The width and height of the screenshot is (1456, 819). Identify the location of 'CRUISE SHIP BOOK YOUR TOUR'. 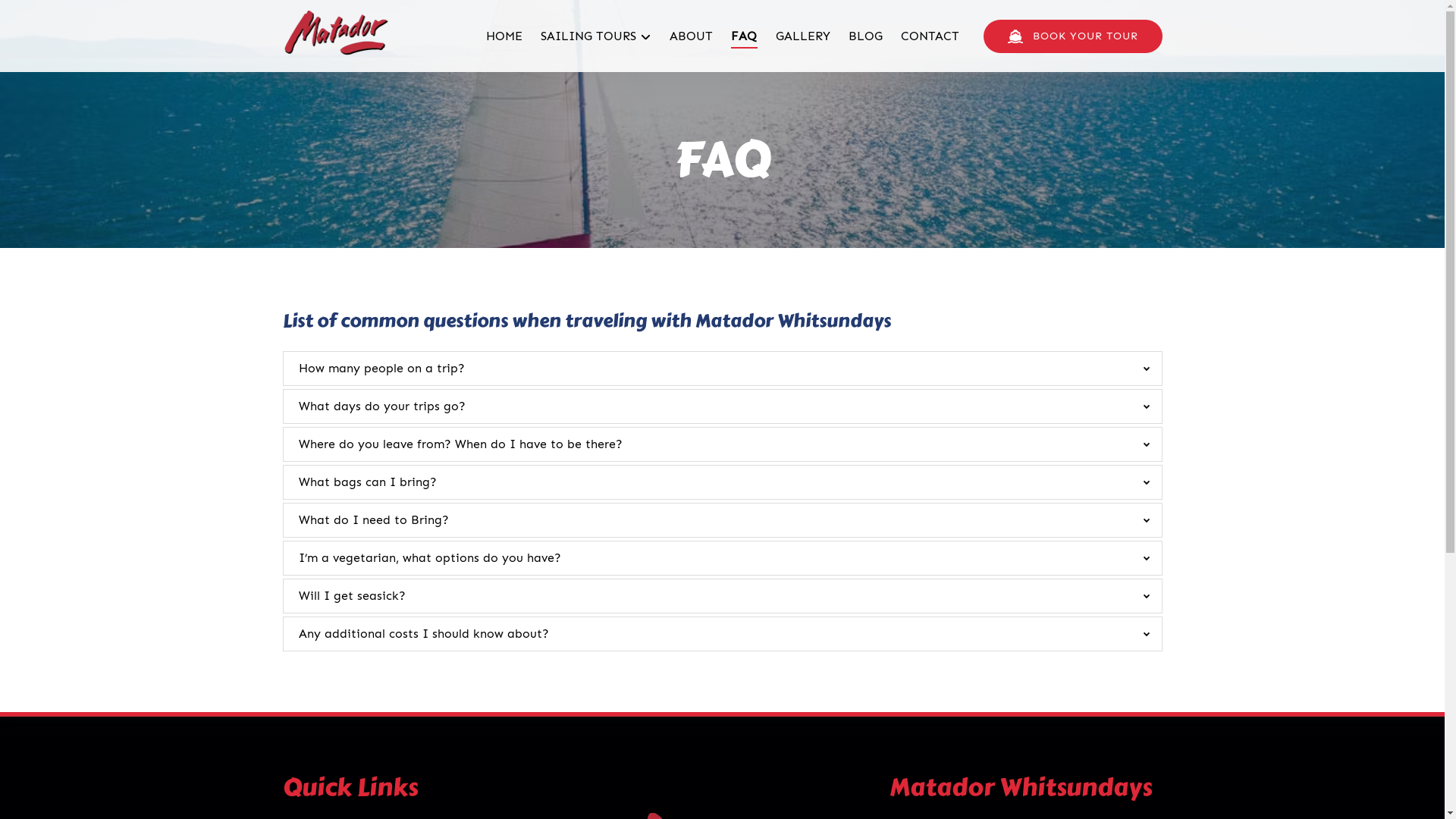
(1072, 35).